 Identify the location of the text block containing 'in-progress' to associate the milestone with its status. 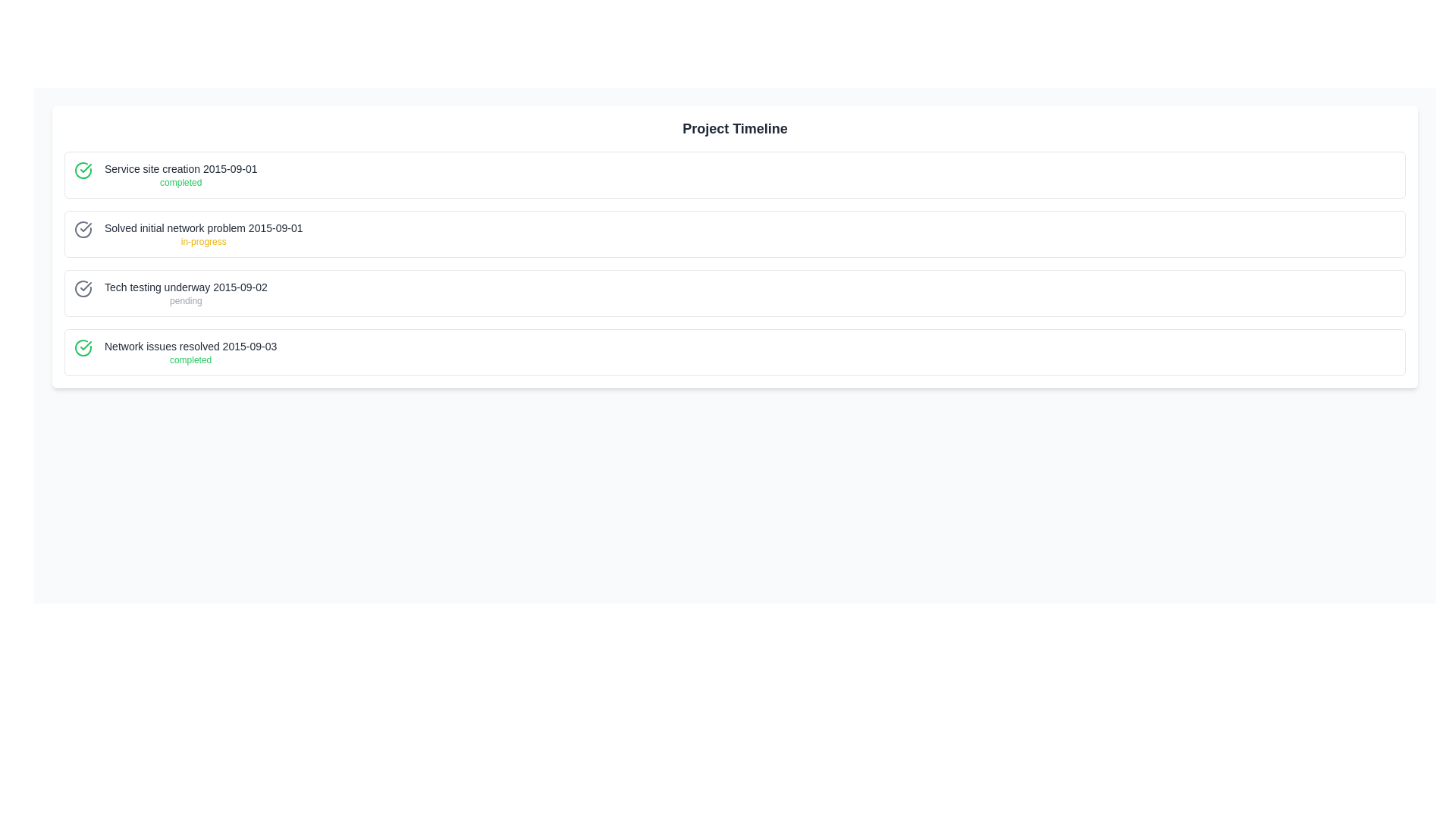
(202, 234).